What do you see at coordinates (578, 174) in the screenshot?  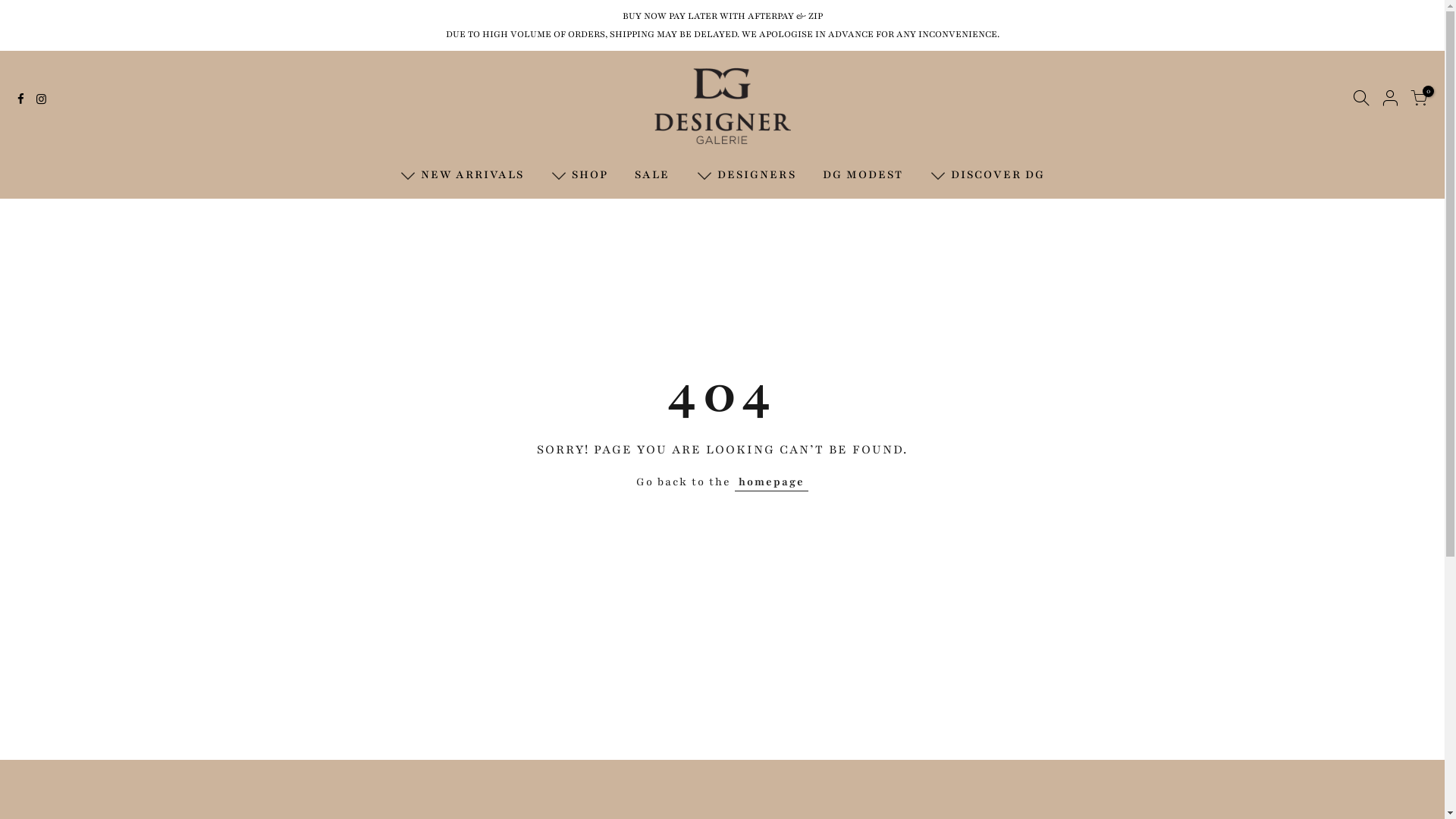 I see `'SHOP'` at bounding box center [578, 174].